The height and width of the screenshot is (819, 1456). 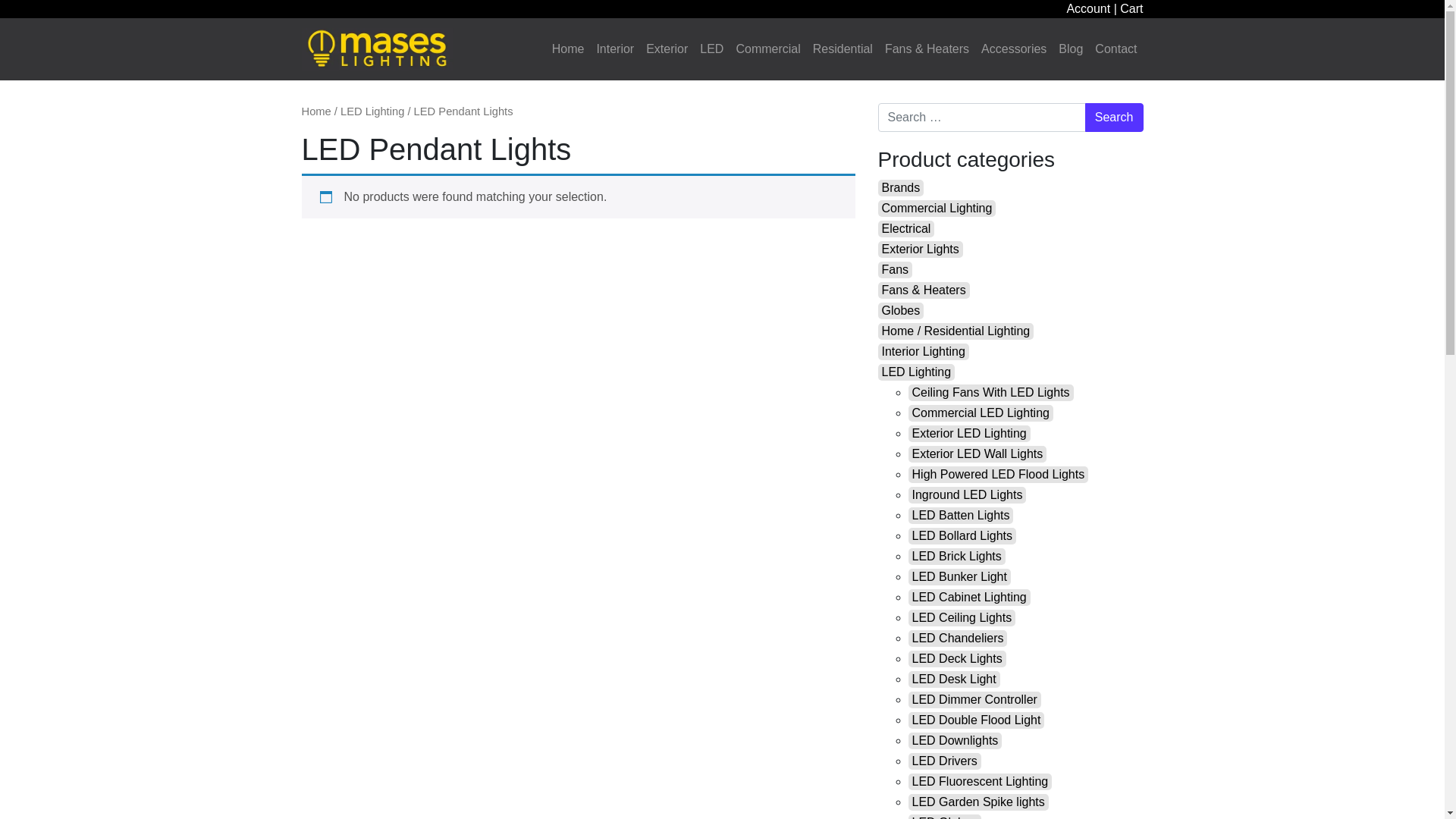 What do you see at coordinates (1131, 8) in the screenshot?
I see `'Cart'` at bounding box center [1131, 8].